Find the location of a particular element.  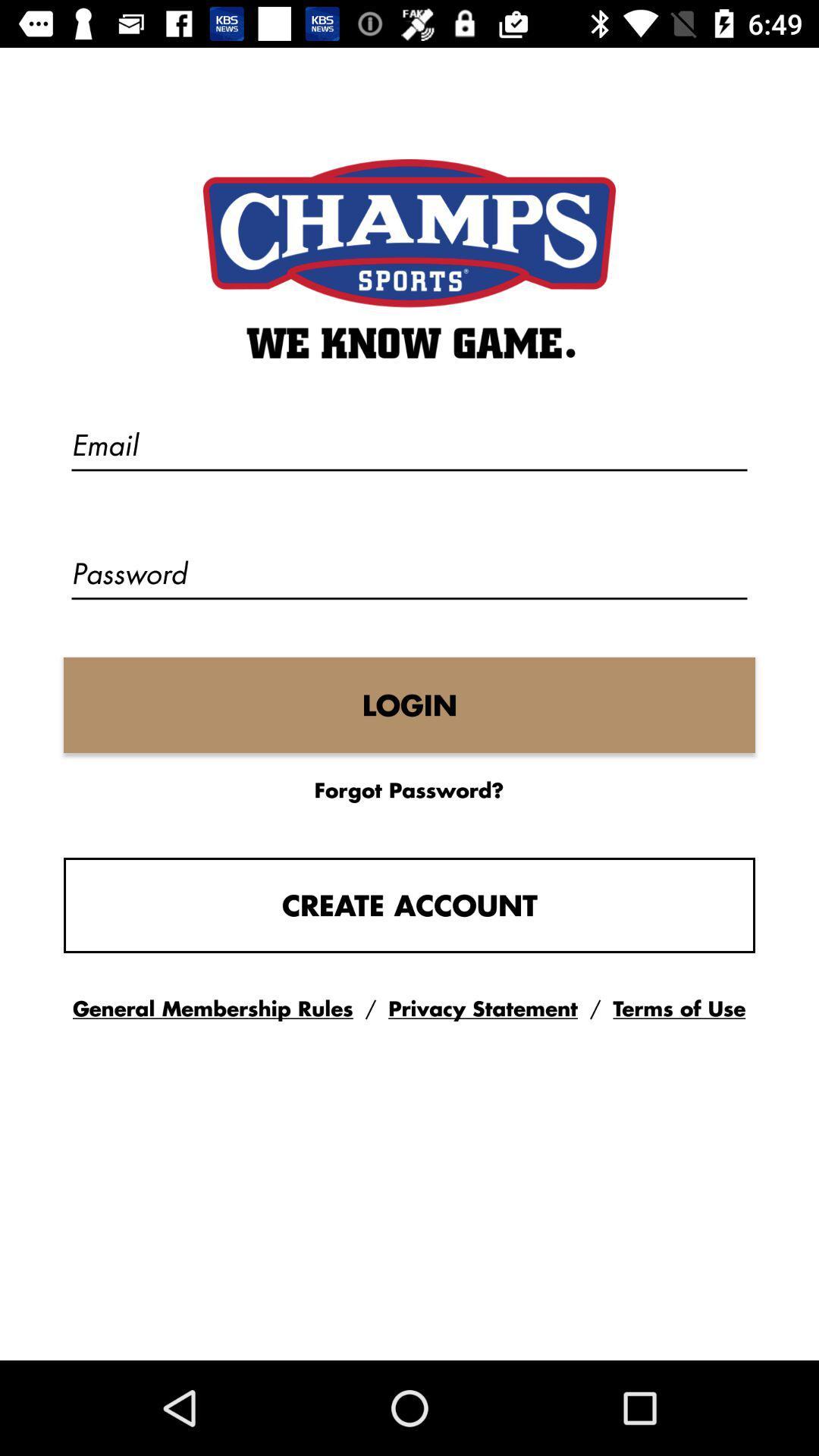

the text general membership rules below create account is located at coordinates (213, 1009).